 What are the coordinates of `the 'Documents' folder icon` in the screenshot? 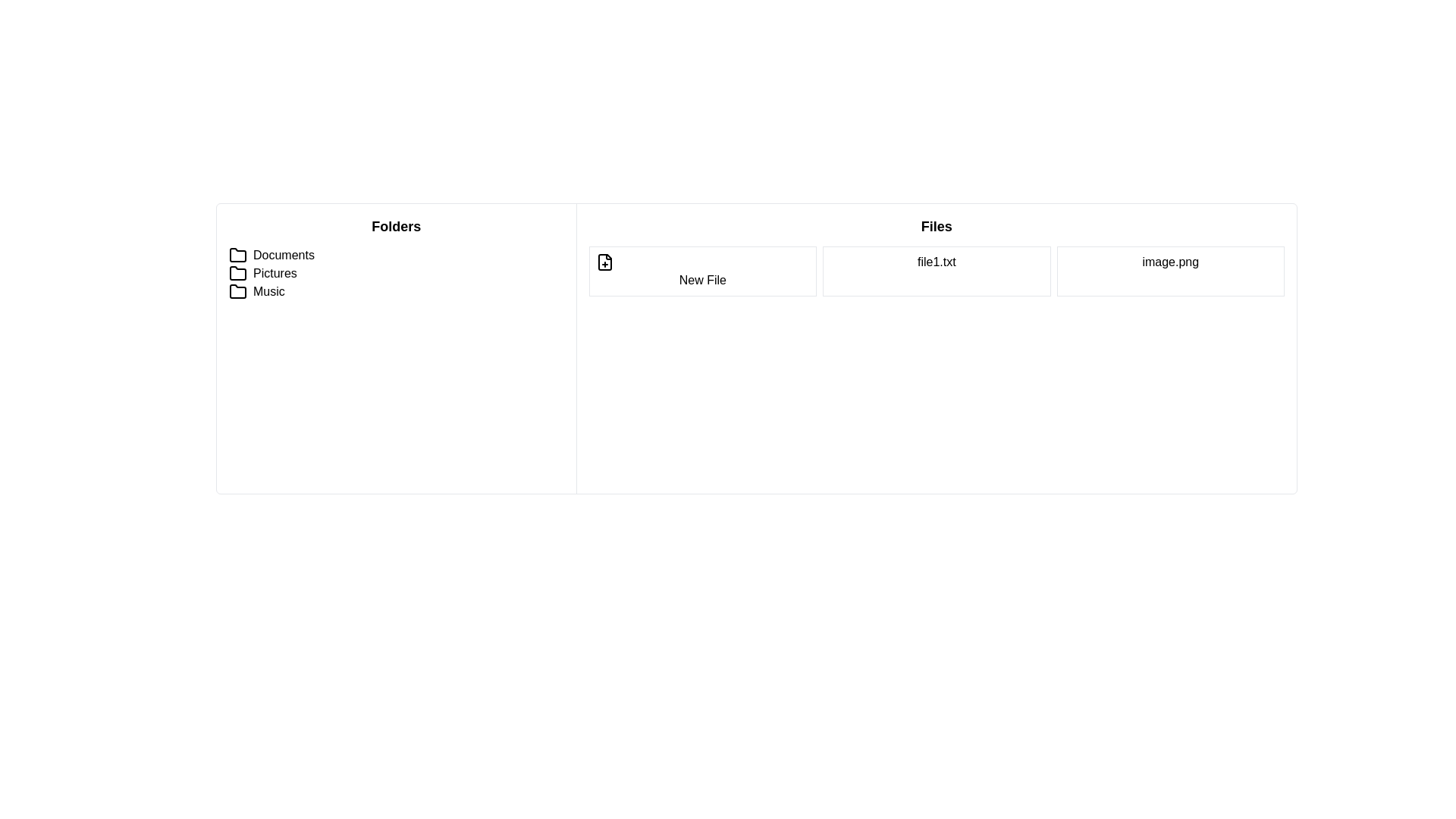 It's located at (237, 254).